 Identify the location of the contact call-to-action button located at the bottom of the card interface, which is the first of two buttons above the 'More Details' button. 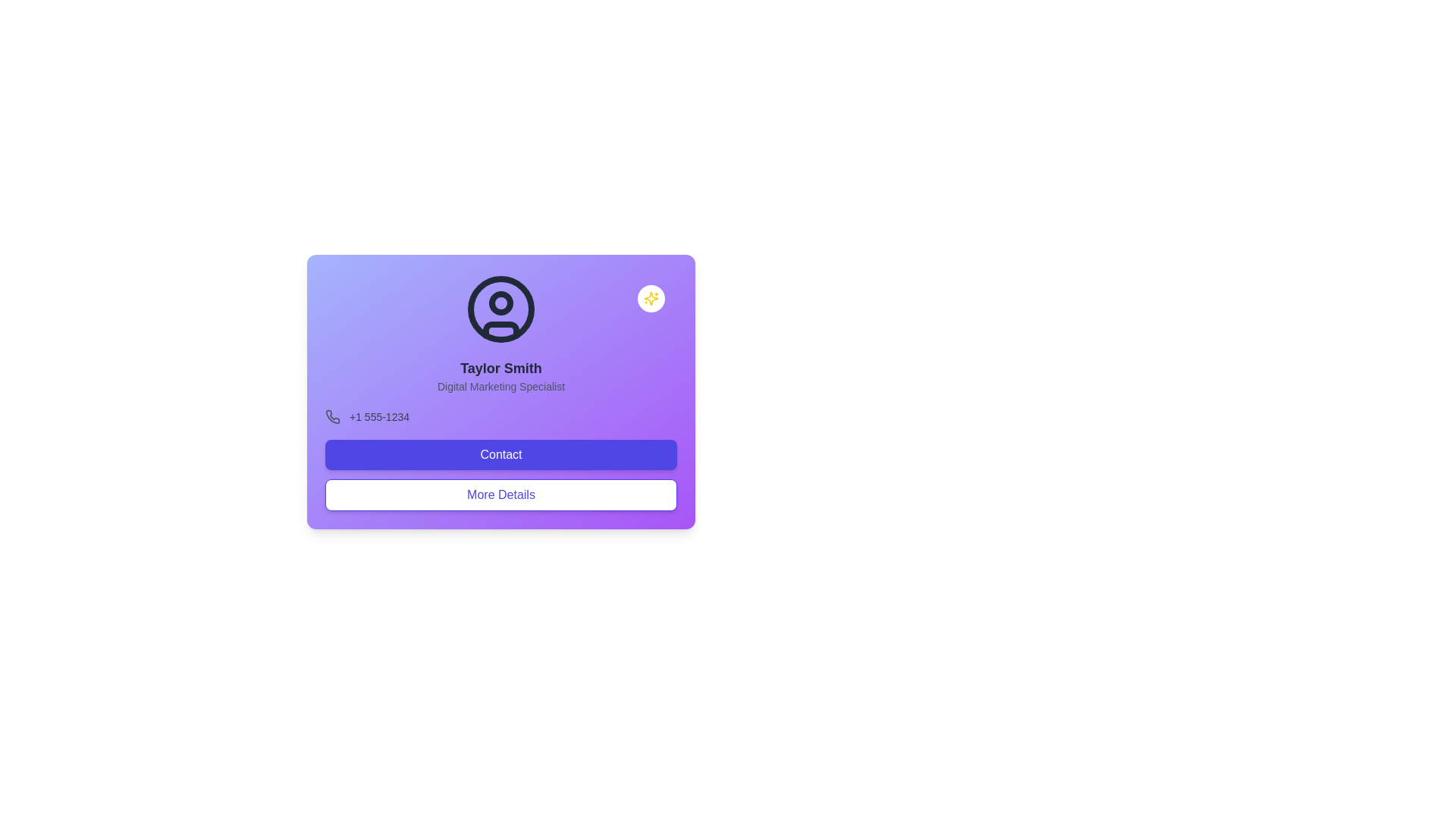
(501, 475).